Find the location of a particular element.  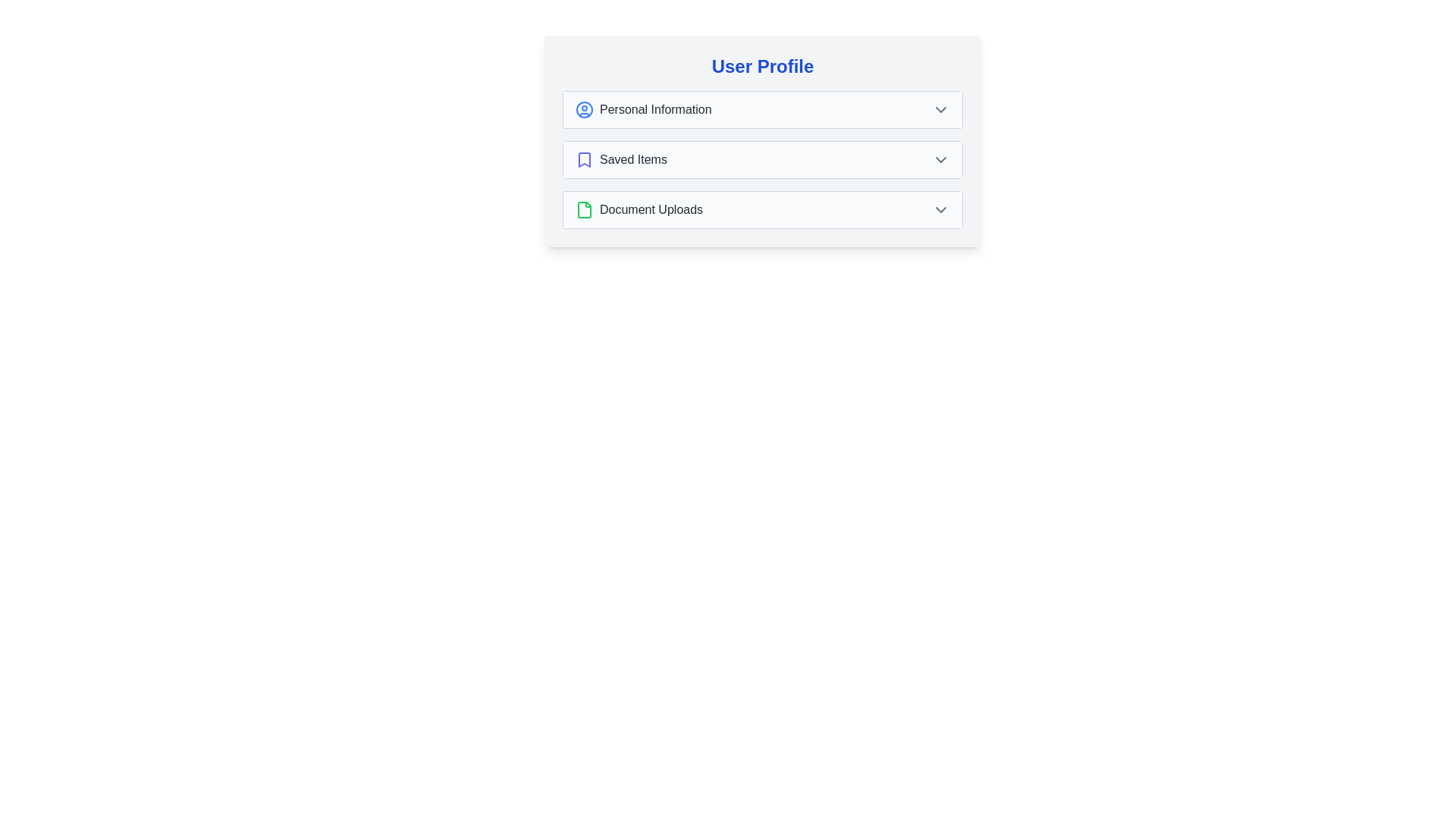

the graphical representation of the 'Personal Information' icon, which is located in the leftmost area of the 'Personal Information' row, preceding the text label 'Personal Information' is located at coordinates (584, 109).